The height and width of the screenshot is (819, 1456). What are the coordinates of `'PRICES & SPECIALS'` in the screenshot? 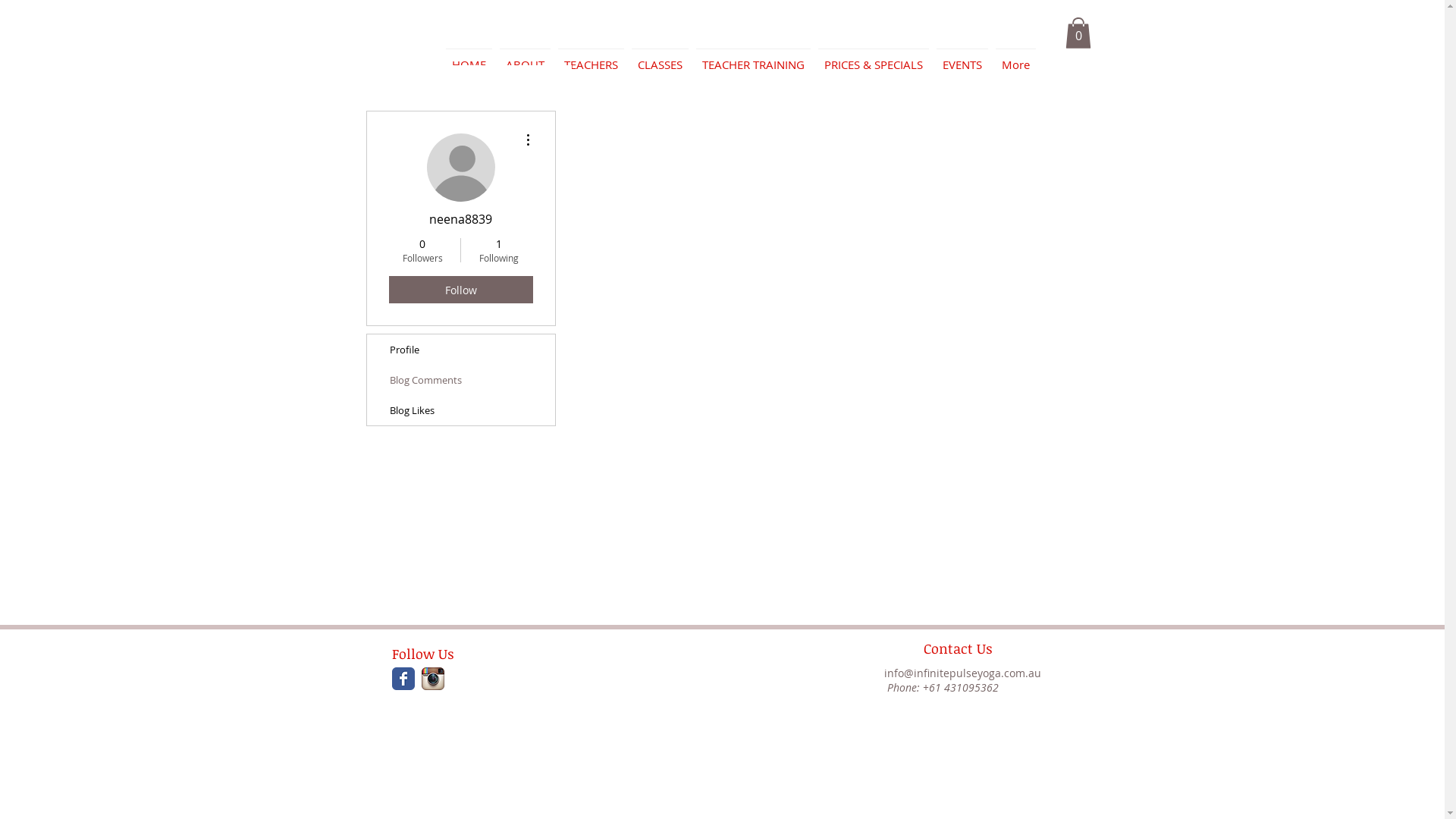 It's located at (814, 57).